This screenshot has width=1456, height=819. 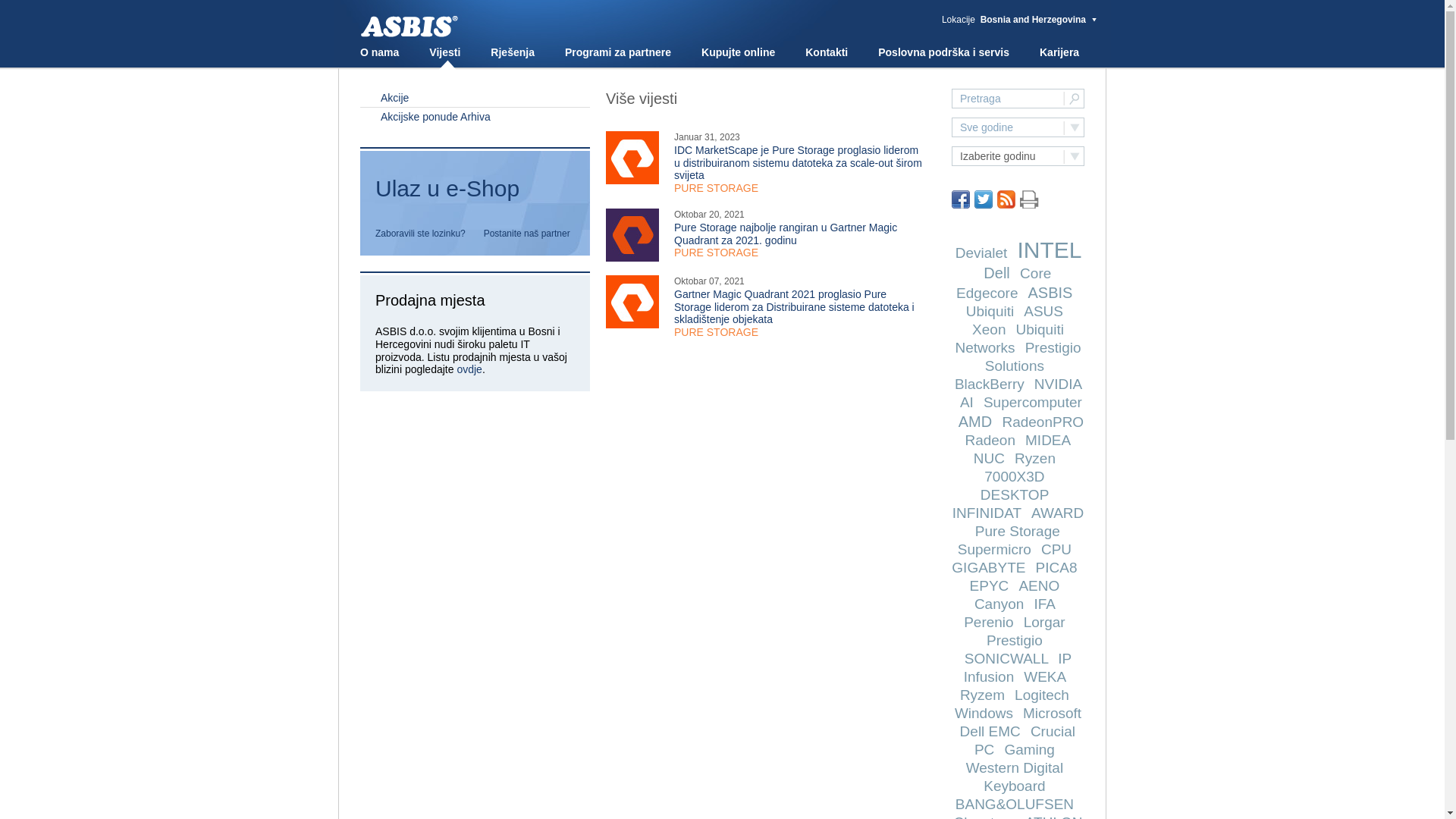 I want to click on 'EPYC', so click(x=968, y=585).